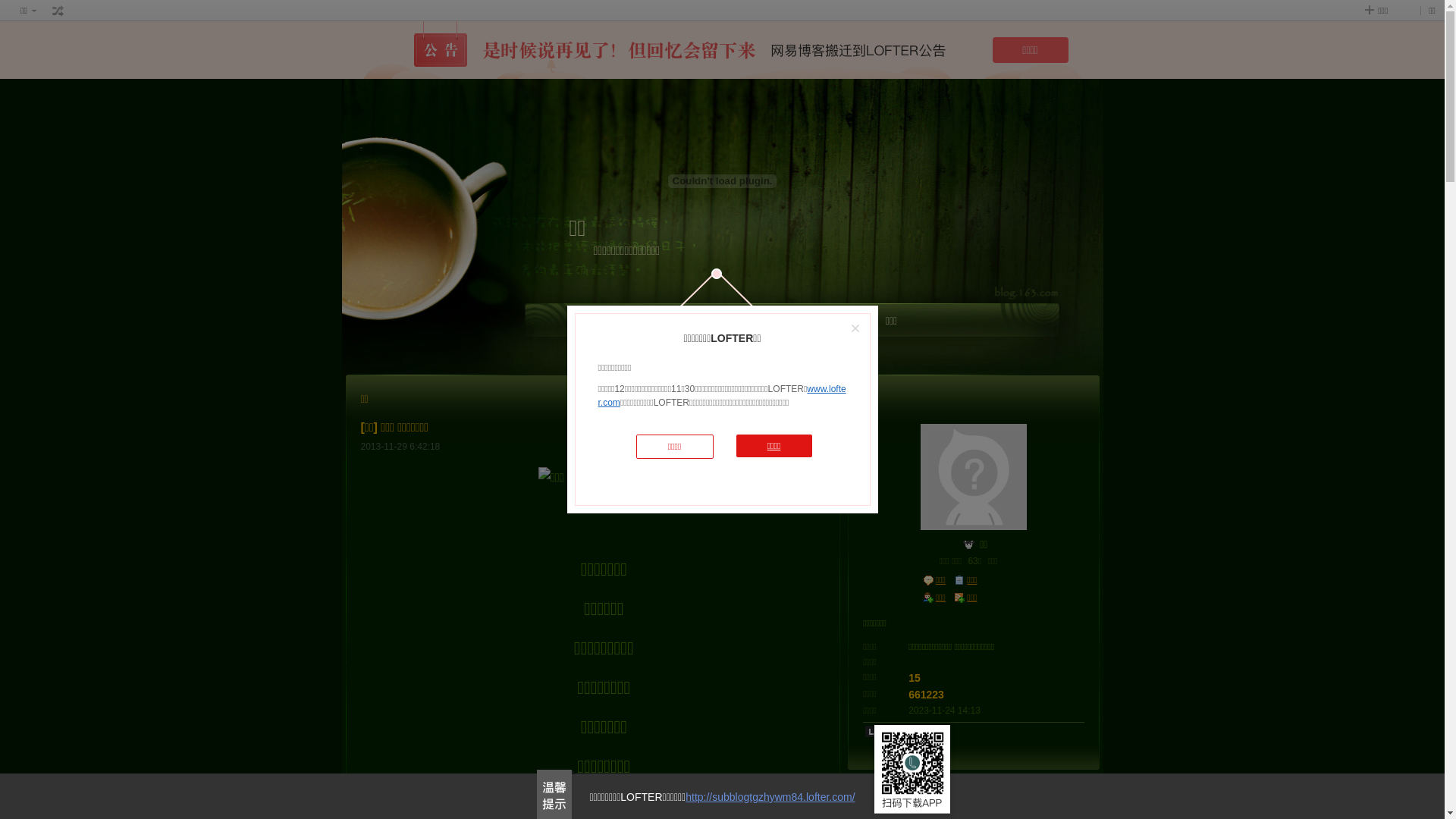 Image resolution: width=1456 pixels, height=819 pixels. Describe the element at coordinates (731, 324) in the screenshot. I see `'LOFTER'` at that location.